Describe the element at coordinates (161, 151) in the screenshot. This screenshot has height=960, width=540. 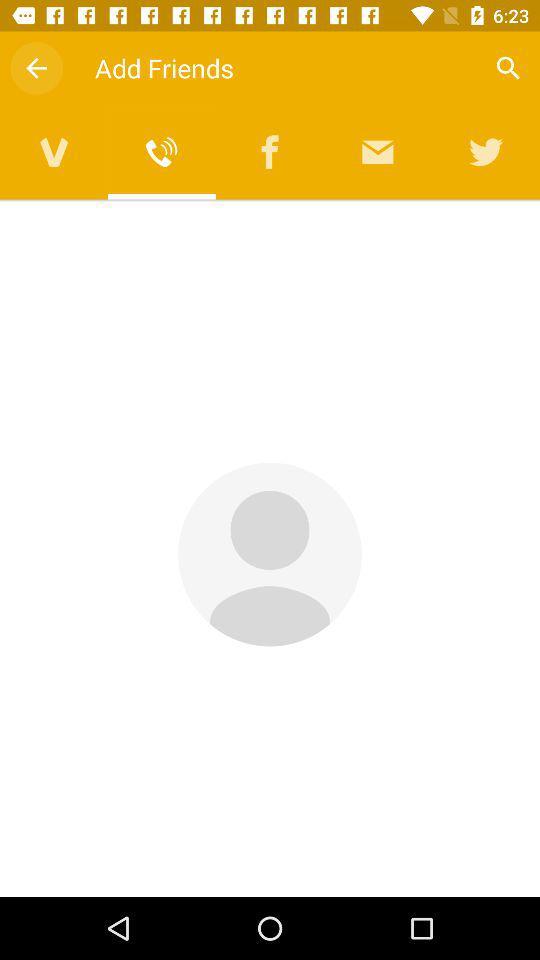
I see `the call icon` at that location.